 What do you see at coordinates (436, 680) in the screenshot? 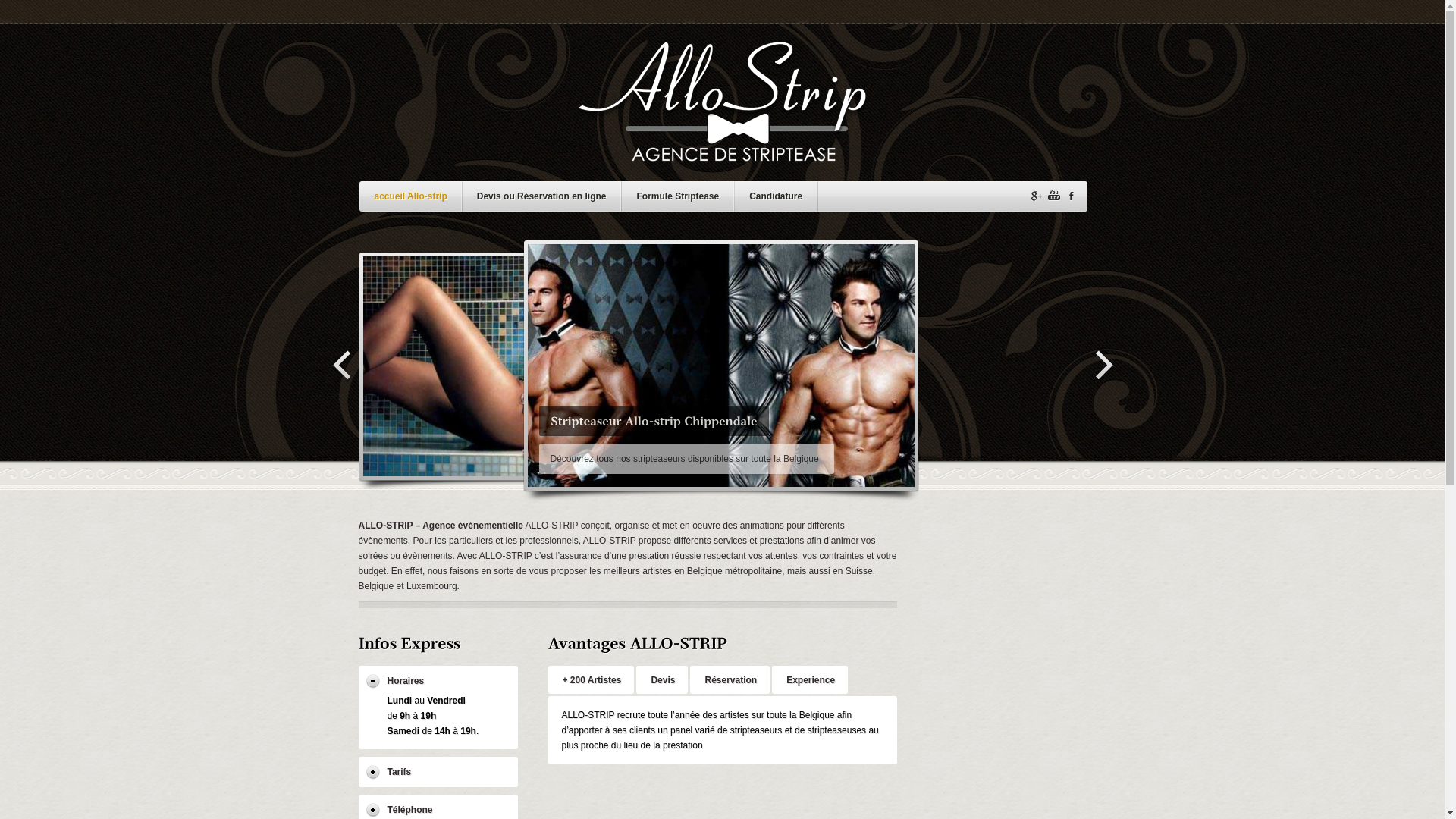
I see `'Horaires'` at bounding box center [436, 680].